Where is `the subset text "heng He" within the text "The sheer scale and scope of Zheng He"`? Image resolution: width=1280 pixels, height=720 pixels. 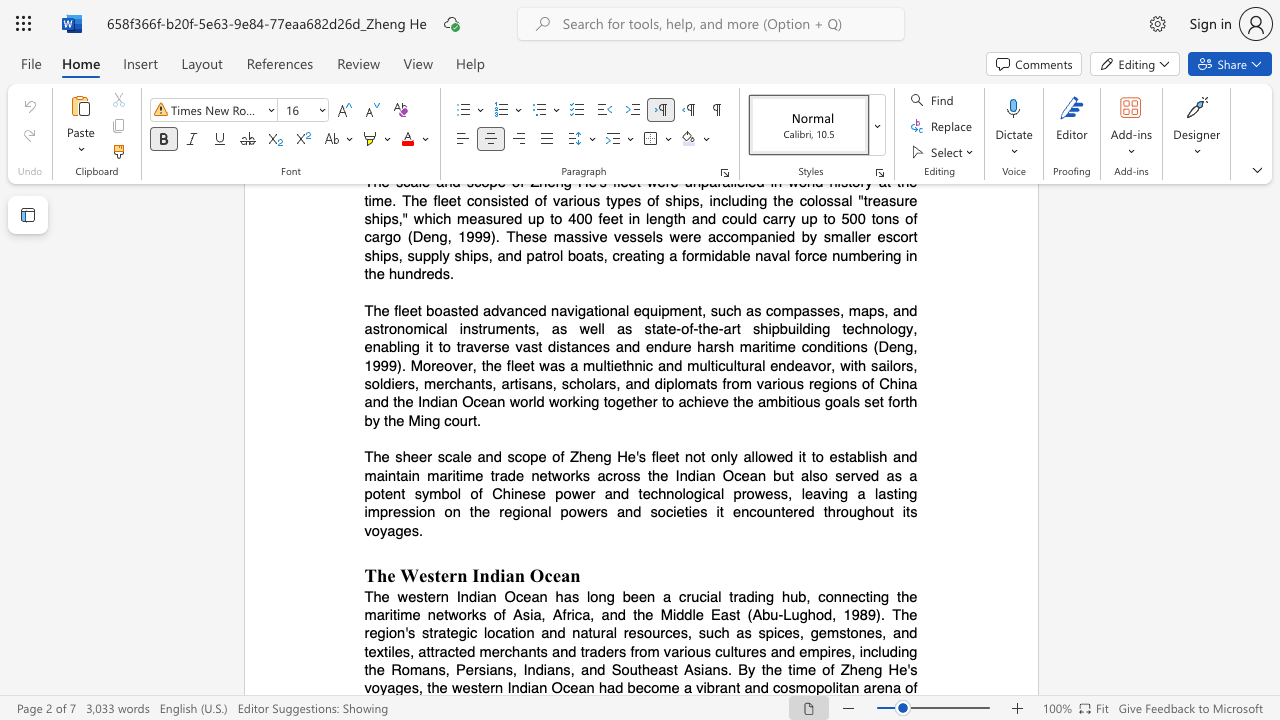 the subset text "heng He" within the text "The sheer scale and scope of Zheng He" is located at coordinates (577, 457).